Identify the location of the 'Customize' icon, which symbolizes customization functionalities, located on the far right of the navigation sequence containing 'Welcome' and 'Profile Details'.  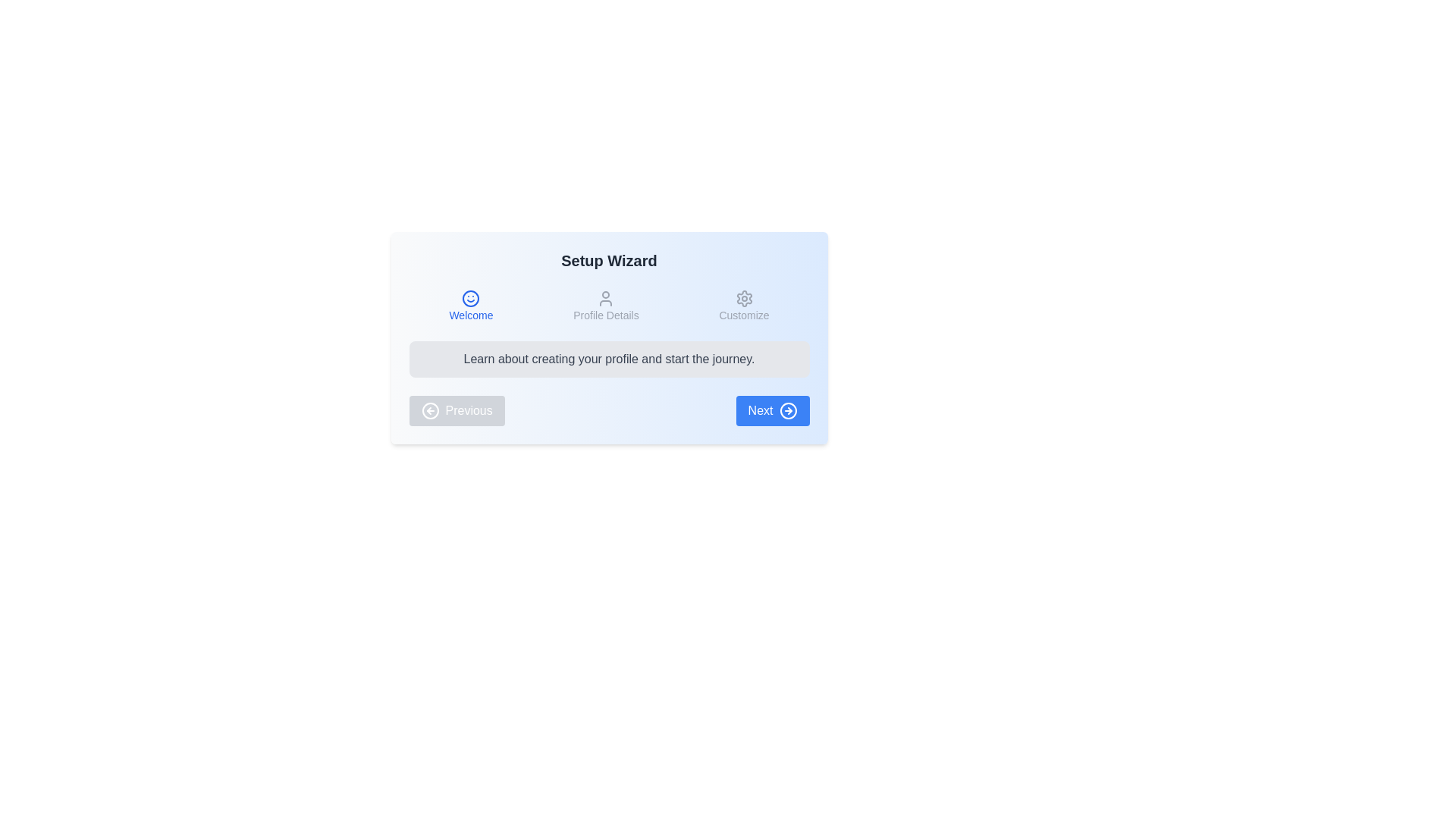
(744, 298).